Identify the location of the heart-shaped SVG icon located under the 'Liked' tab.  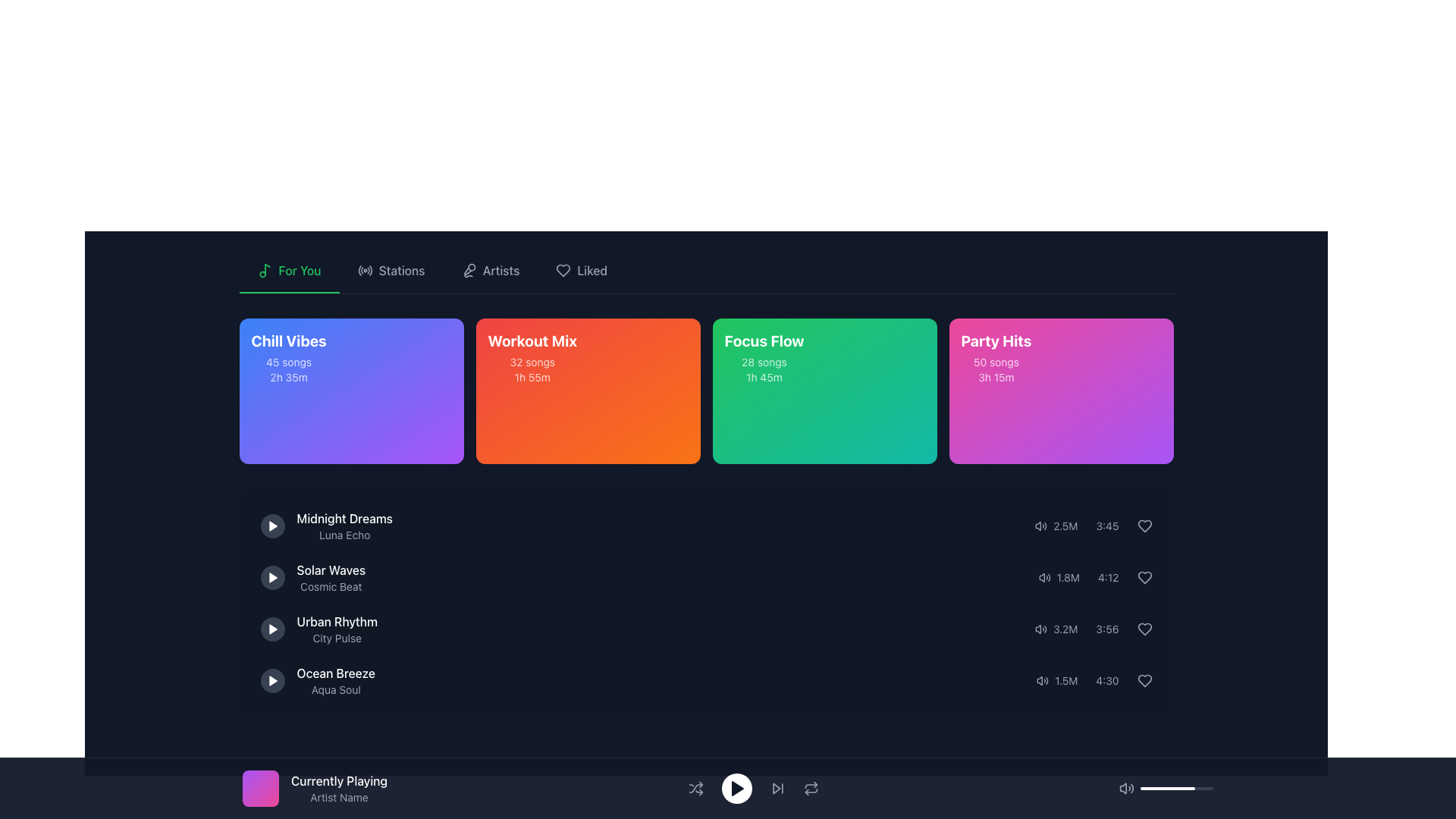
(563, 270).